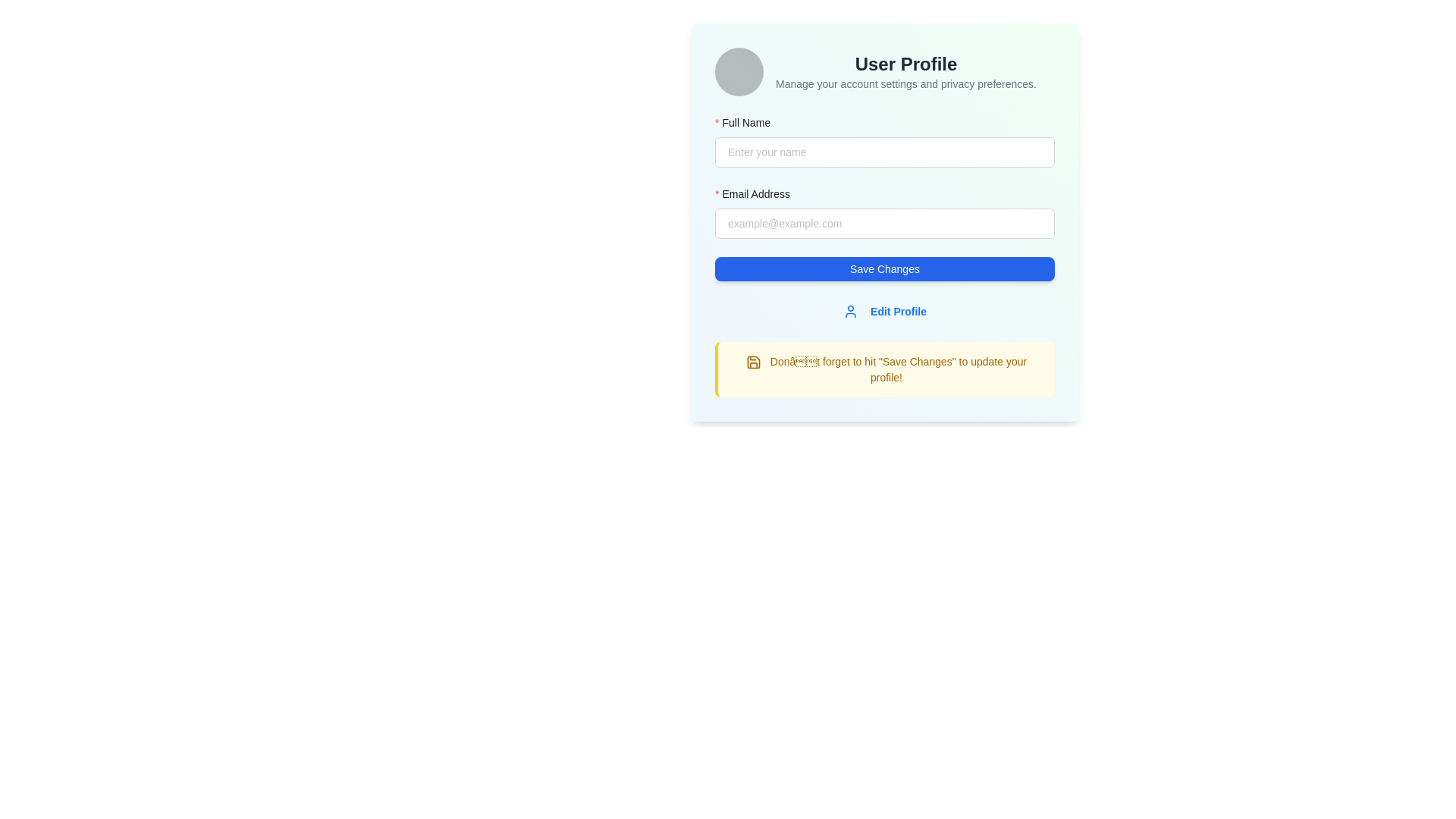 The width and height of the screenshot is (1456, 819). I want to click on the floppy disk icon that indicates save functionality, located to the left of the 'Don’t forget to hit "Save Changes" to update your profile!' text within the yellow warning box, so click(753, 362).